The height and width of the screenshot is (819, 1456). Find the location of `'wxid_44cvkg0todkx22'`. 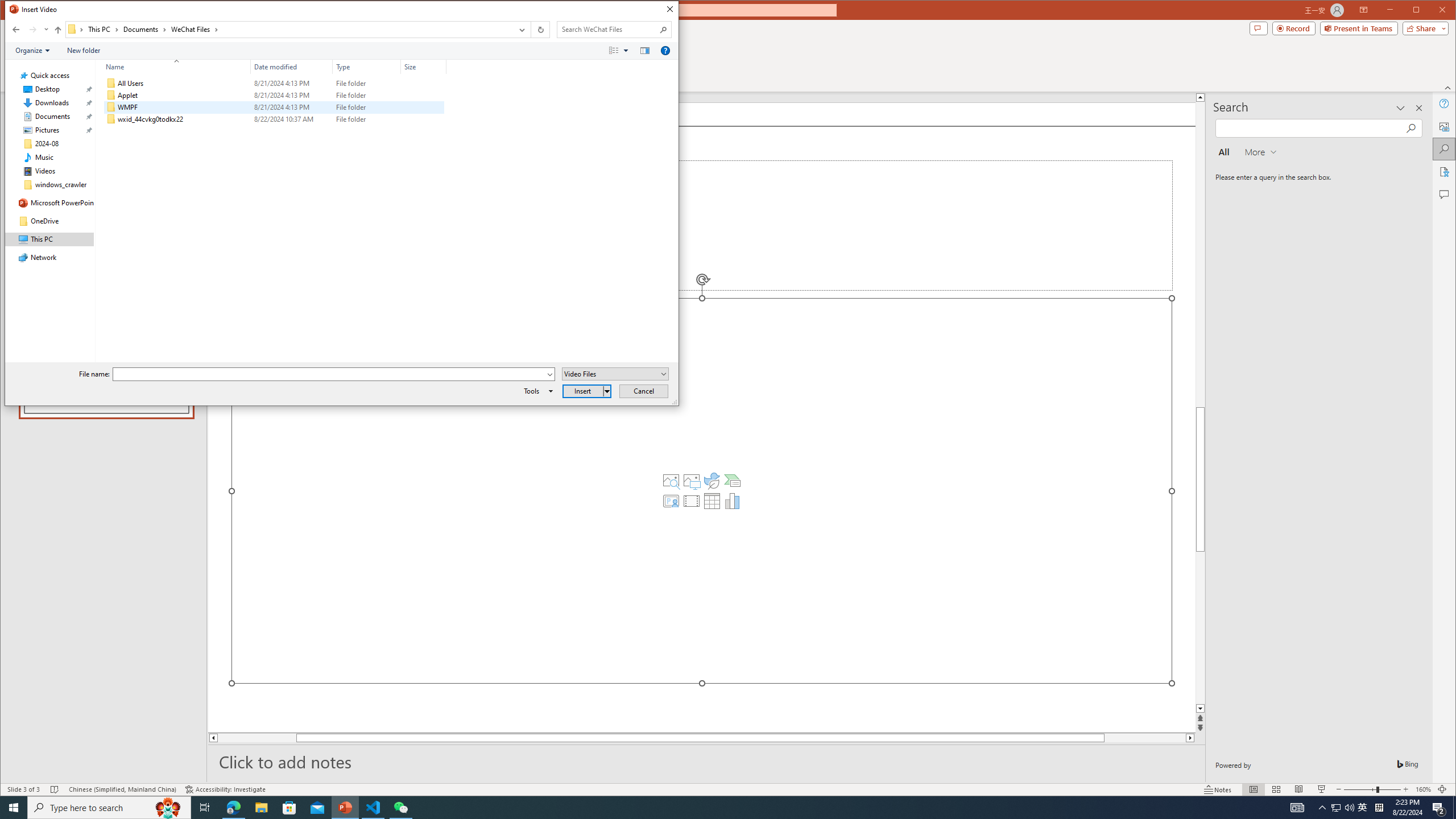

'wxid_44cvkg0todkx22' is located at coordinates (274, 118).